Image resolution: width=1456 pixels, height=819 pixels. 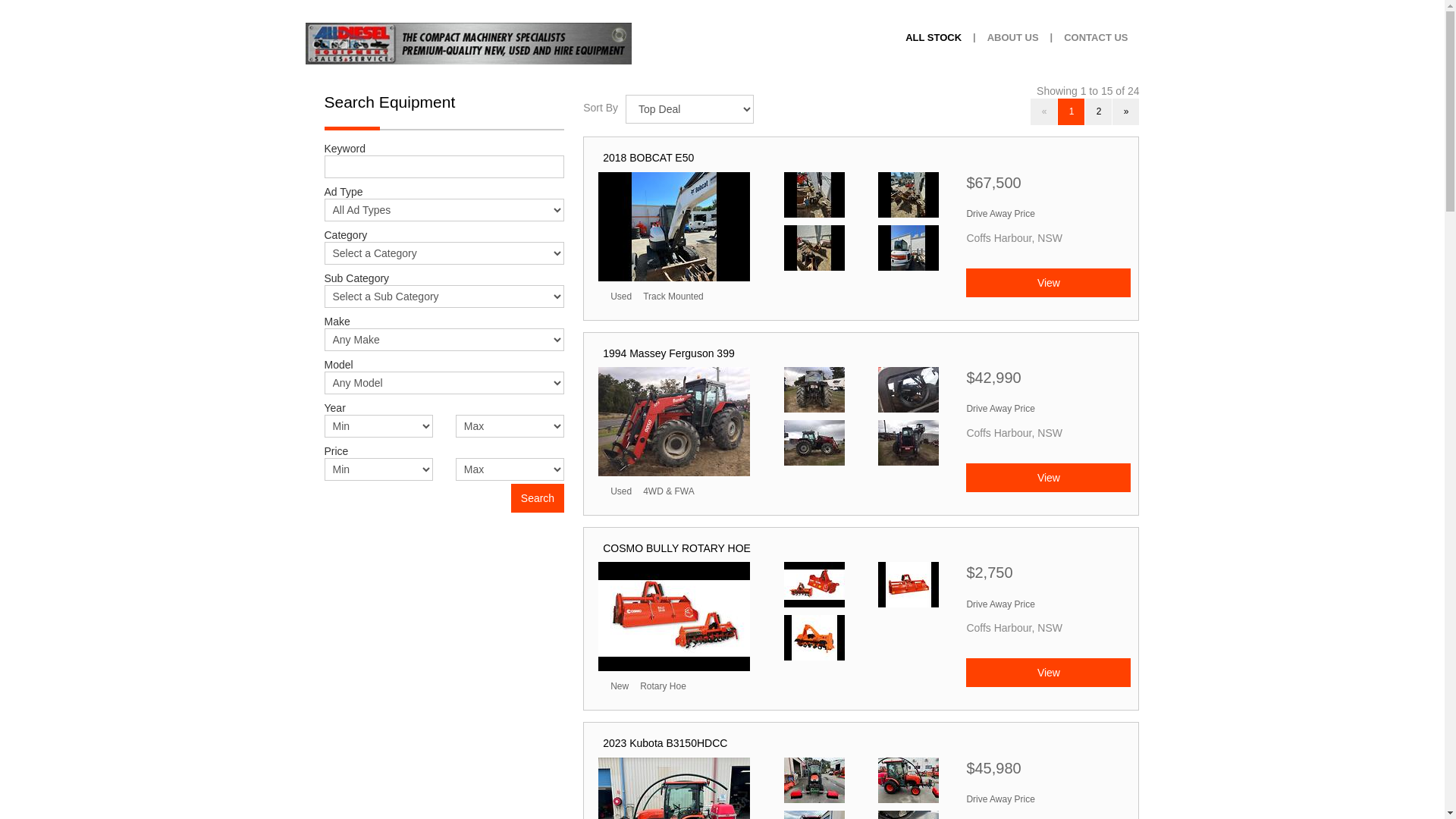 I want to click on 'ABOUT US', so click(x=1012, y=37).